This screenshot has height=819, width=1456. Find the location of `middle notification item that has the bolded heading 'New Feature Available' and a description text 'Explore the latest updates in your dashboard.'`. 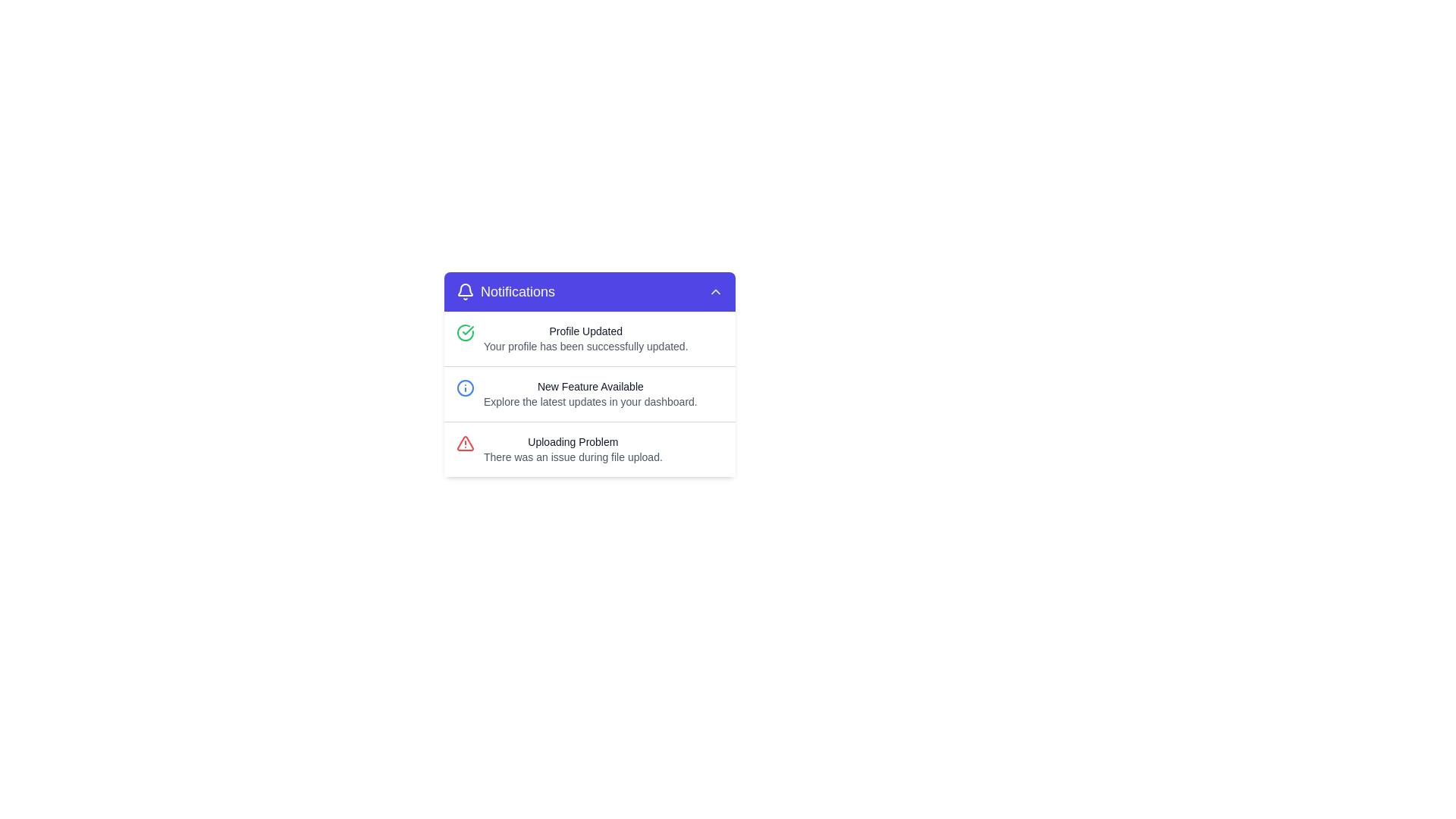

middle notification item that has the bolded heading 'New Feature Available' and a description text 'Explore the latest updates in your dashboard.' is located at coordinates (588, 394).